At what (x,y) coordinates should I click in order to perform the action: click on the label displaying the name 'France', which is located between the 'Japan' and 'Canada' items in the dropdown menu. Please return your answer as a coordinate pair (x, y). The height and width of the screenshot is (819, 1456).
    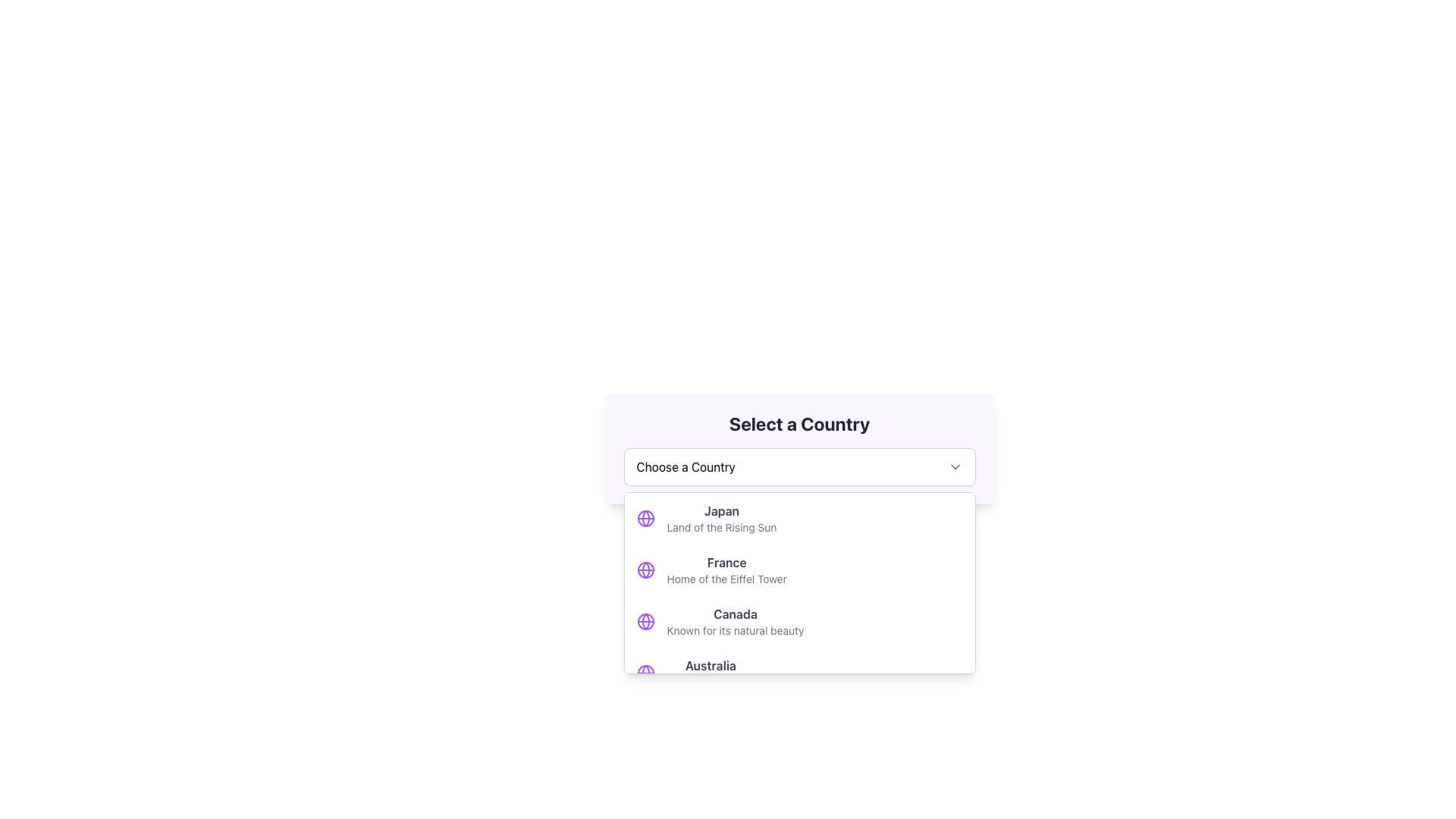
    Looking at the image, I should click on (726, 562).